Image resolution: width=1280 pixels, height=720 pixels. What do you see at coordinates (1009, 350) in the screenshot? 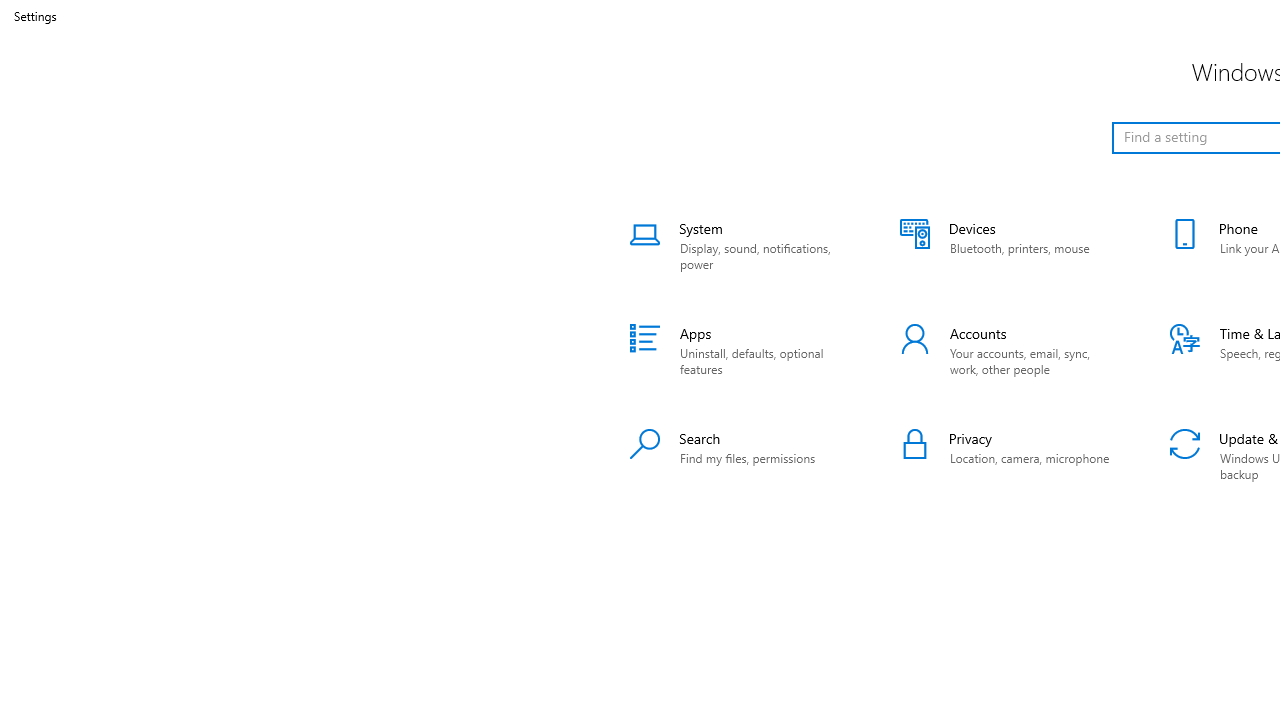
I see `'Accounts'` at bounding box center [1009, 350].